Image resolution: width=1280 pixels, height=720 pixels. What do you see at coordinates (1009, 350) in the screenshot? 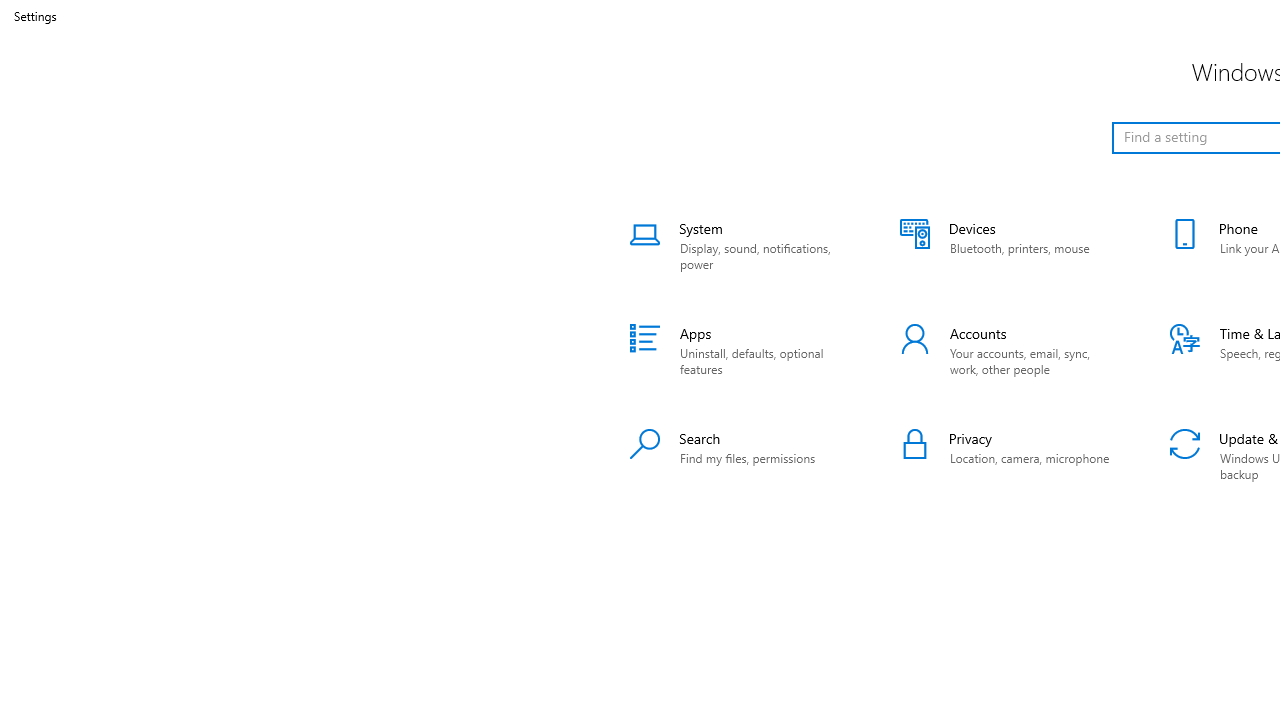
I see `'Accounts'` at bounding box center [1009, 350].